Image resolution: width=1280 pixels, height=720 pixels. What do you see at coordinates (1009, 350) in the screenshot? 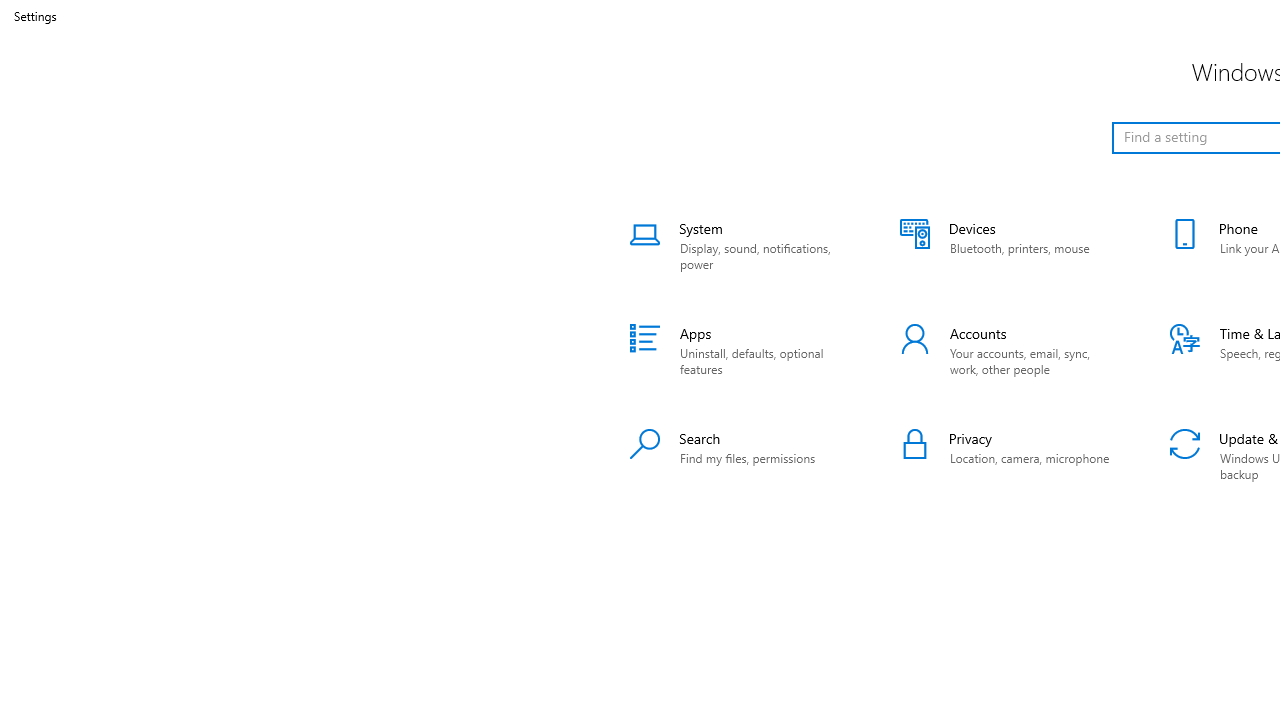
I see `'Accounts'` at bounding box center [1009, 350].